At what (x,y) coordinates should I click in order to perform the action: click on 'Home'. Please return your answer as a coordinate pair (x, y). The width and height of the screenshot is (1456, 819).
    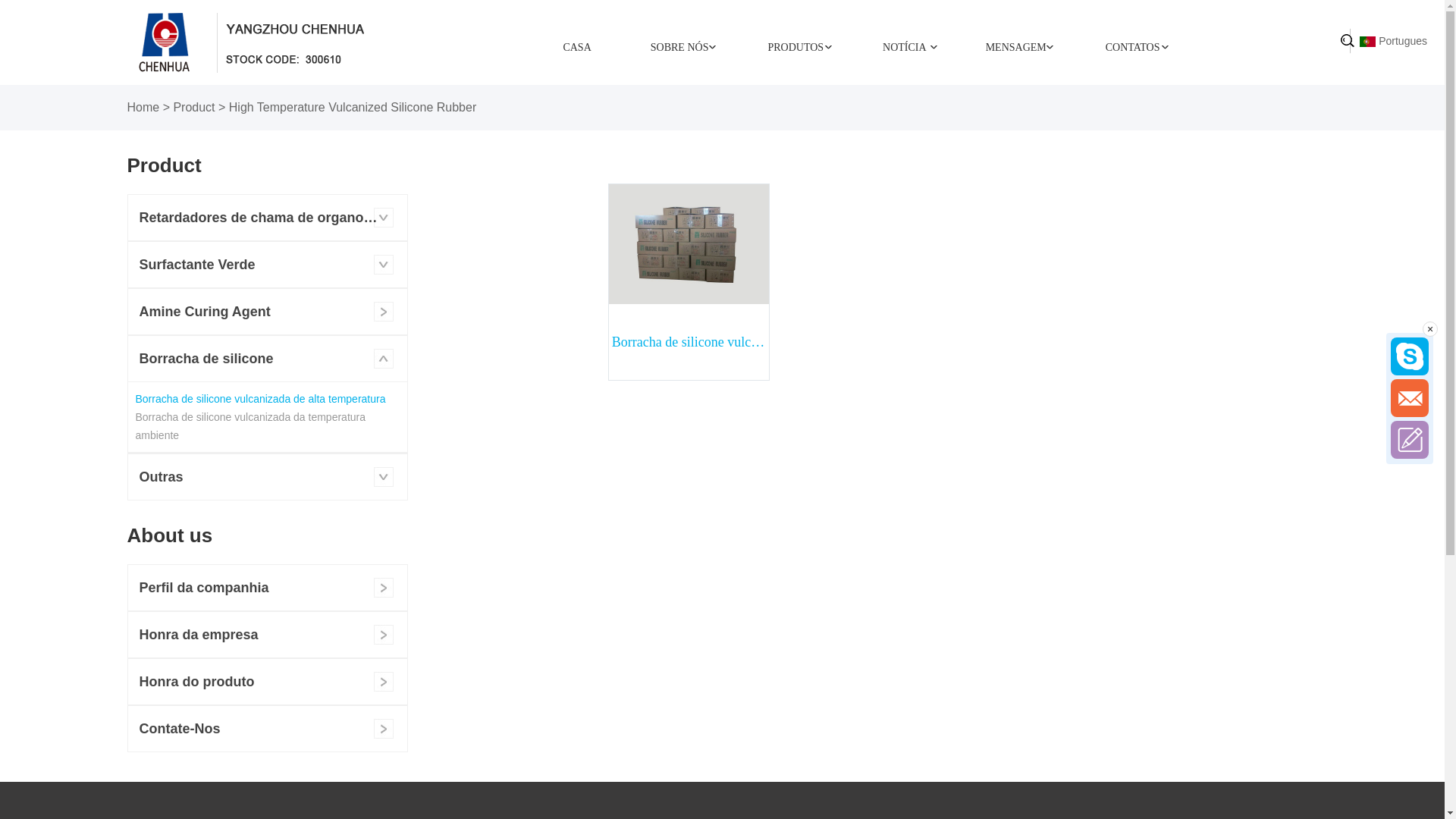
    Looking at the image, I should click on (143, 106).